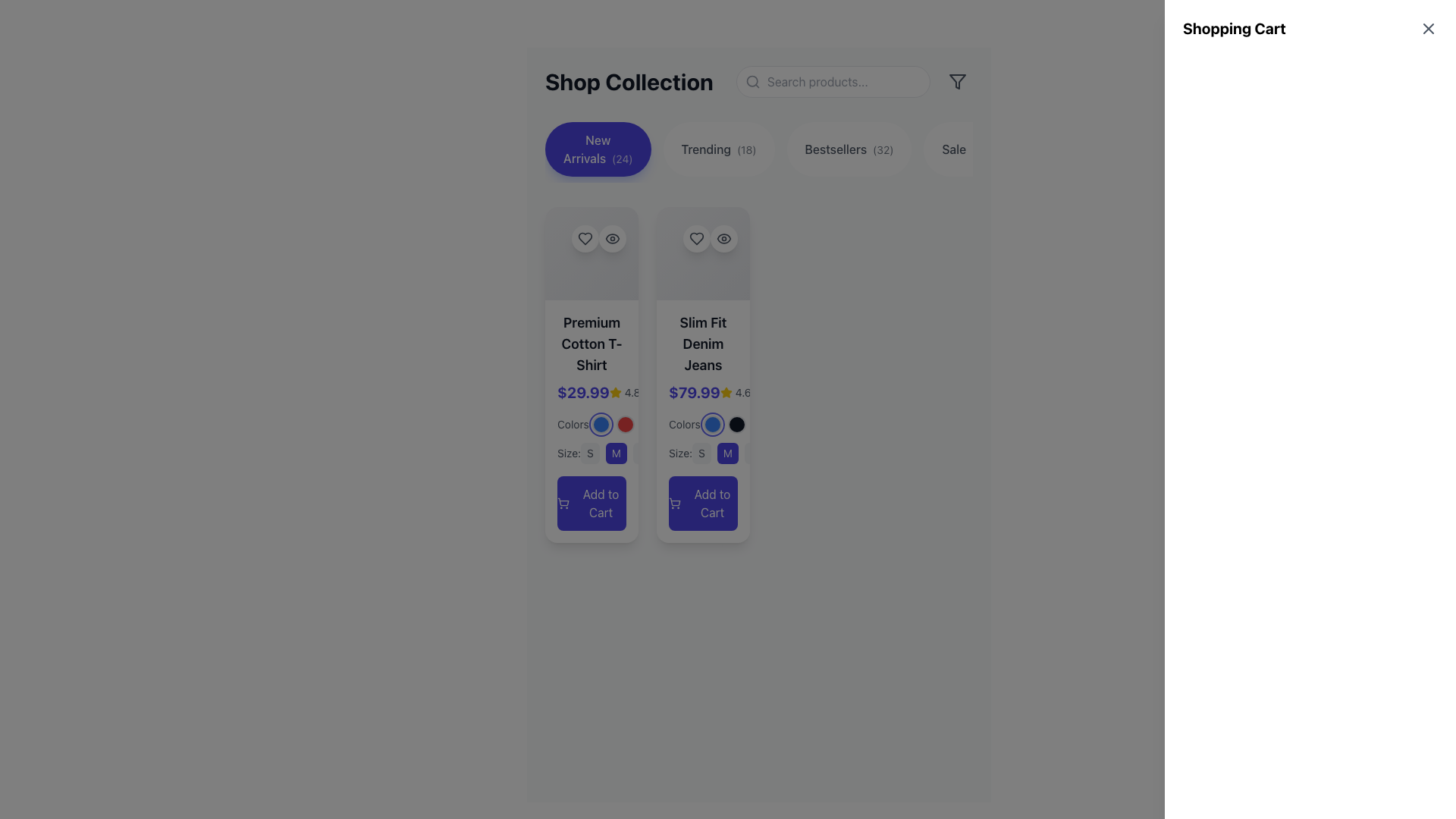 This screenshot has width=1456, height=819. I want to click on the second circular button with a red background in the row of three buttons beneath the text 'Colors:', so click(625, 424).